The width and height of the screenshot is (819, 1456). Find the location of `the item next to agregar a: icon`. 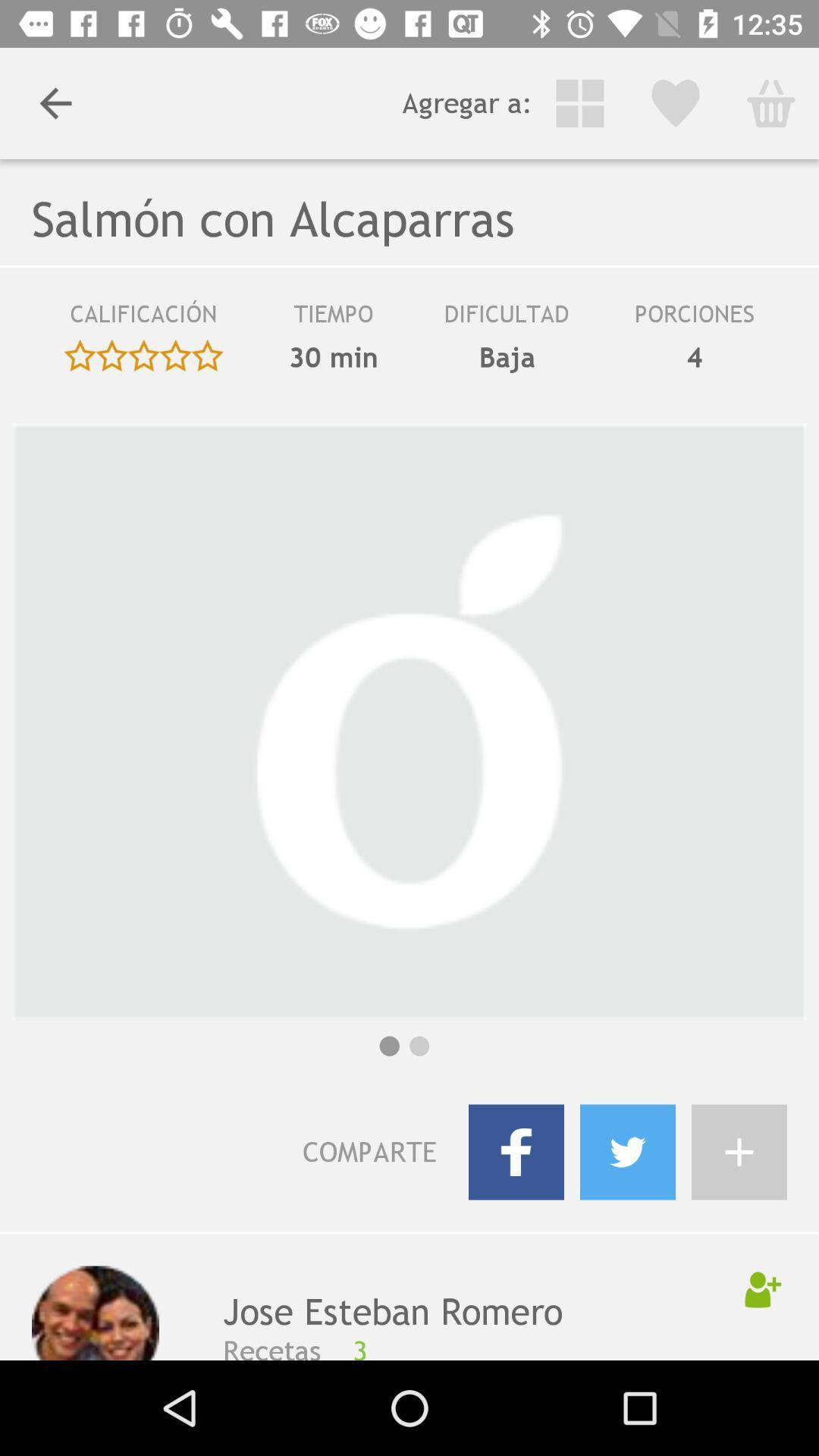

the item next to agregar a: icon is located at coordinates (55, 102).